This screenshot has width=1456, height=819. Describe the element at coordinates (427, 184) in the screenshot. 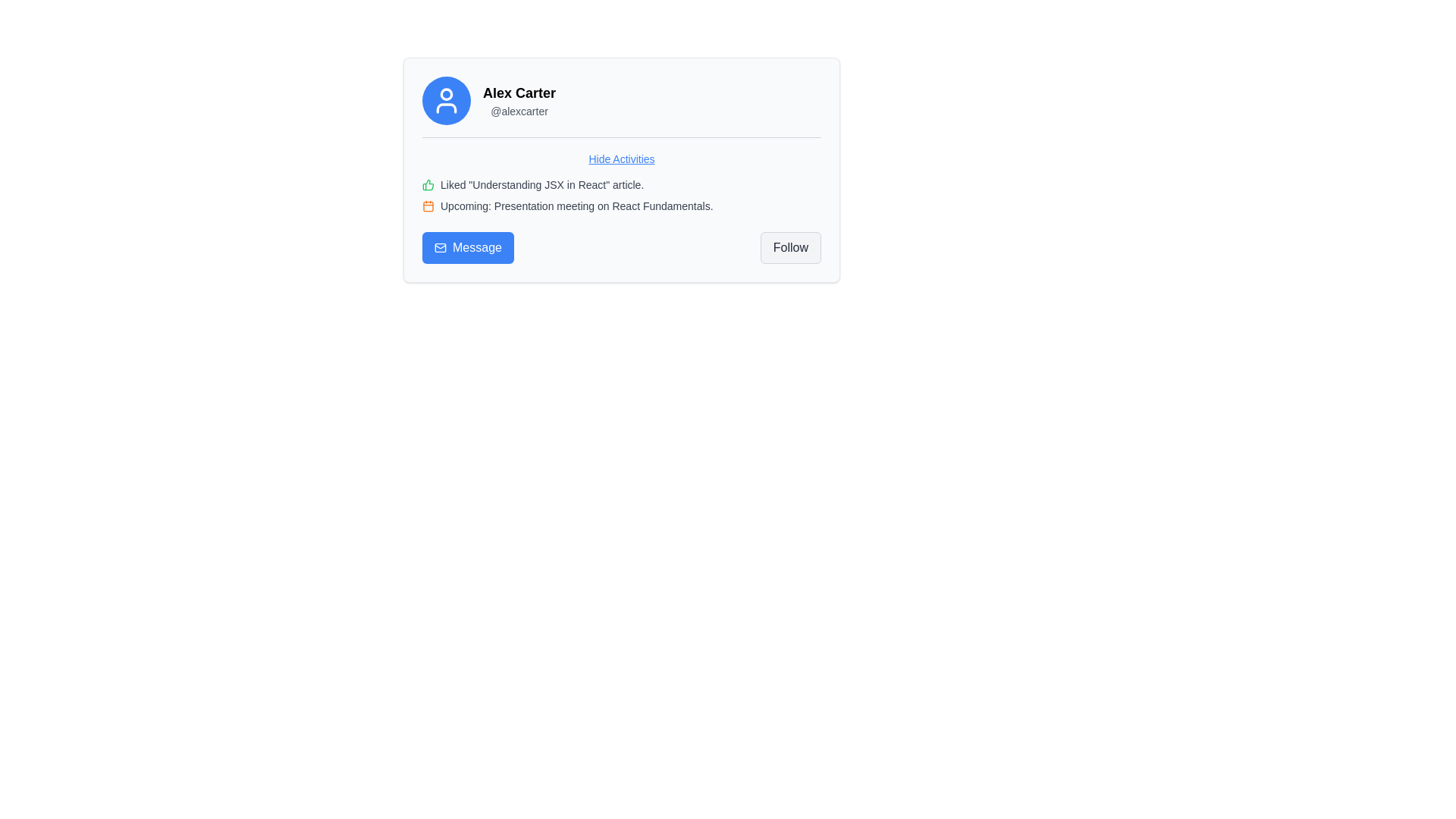

I see `the green 'thumbs-up' icon located next to the text 'Liked Understanding JSX in React article' in the activity section of the user profile` at that location.